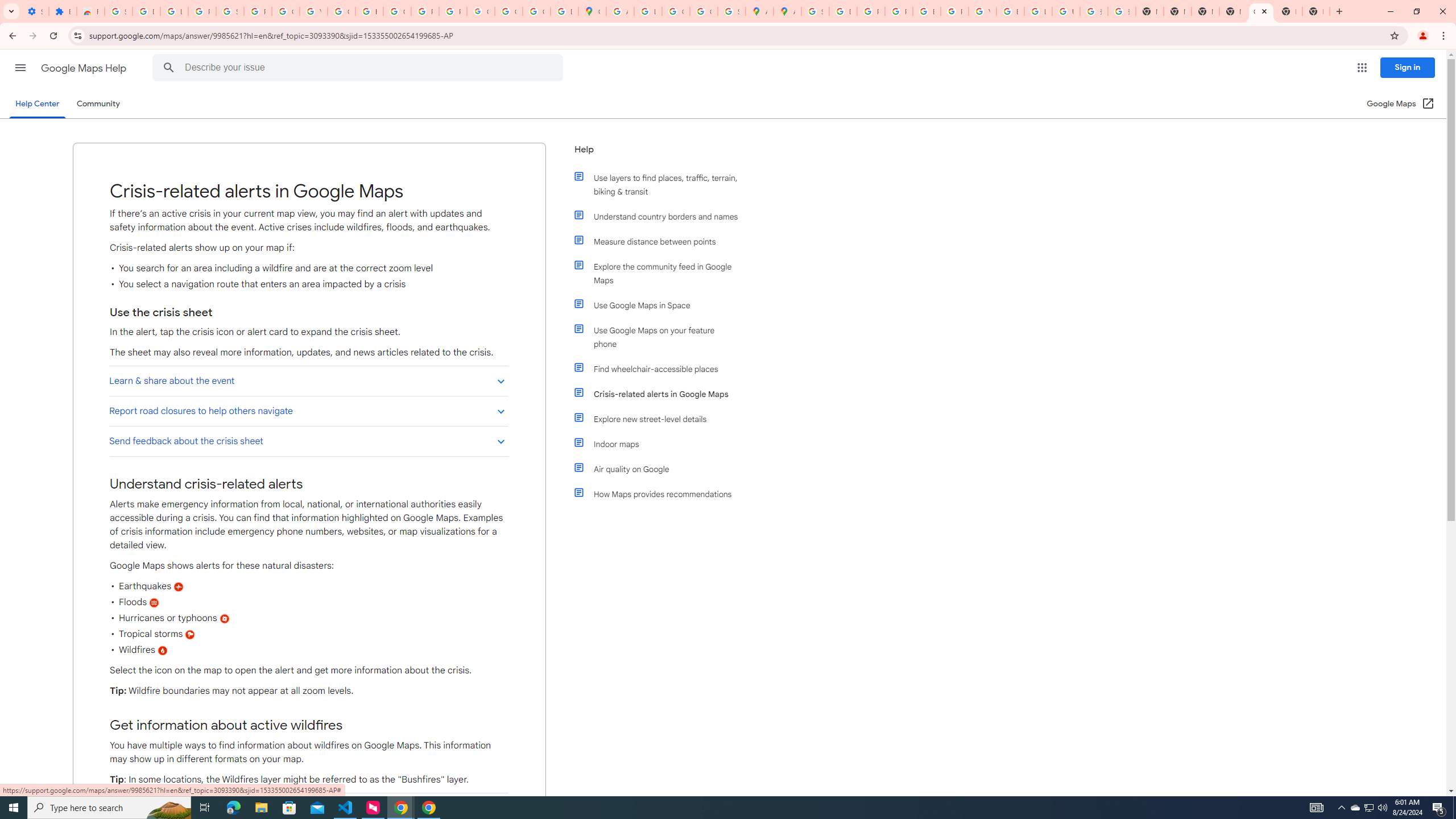  Describe the element at coordinates (359, 67) in the screenshot. I see `'Describe your issue'` at that location.